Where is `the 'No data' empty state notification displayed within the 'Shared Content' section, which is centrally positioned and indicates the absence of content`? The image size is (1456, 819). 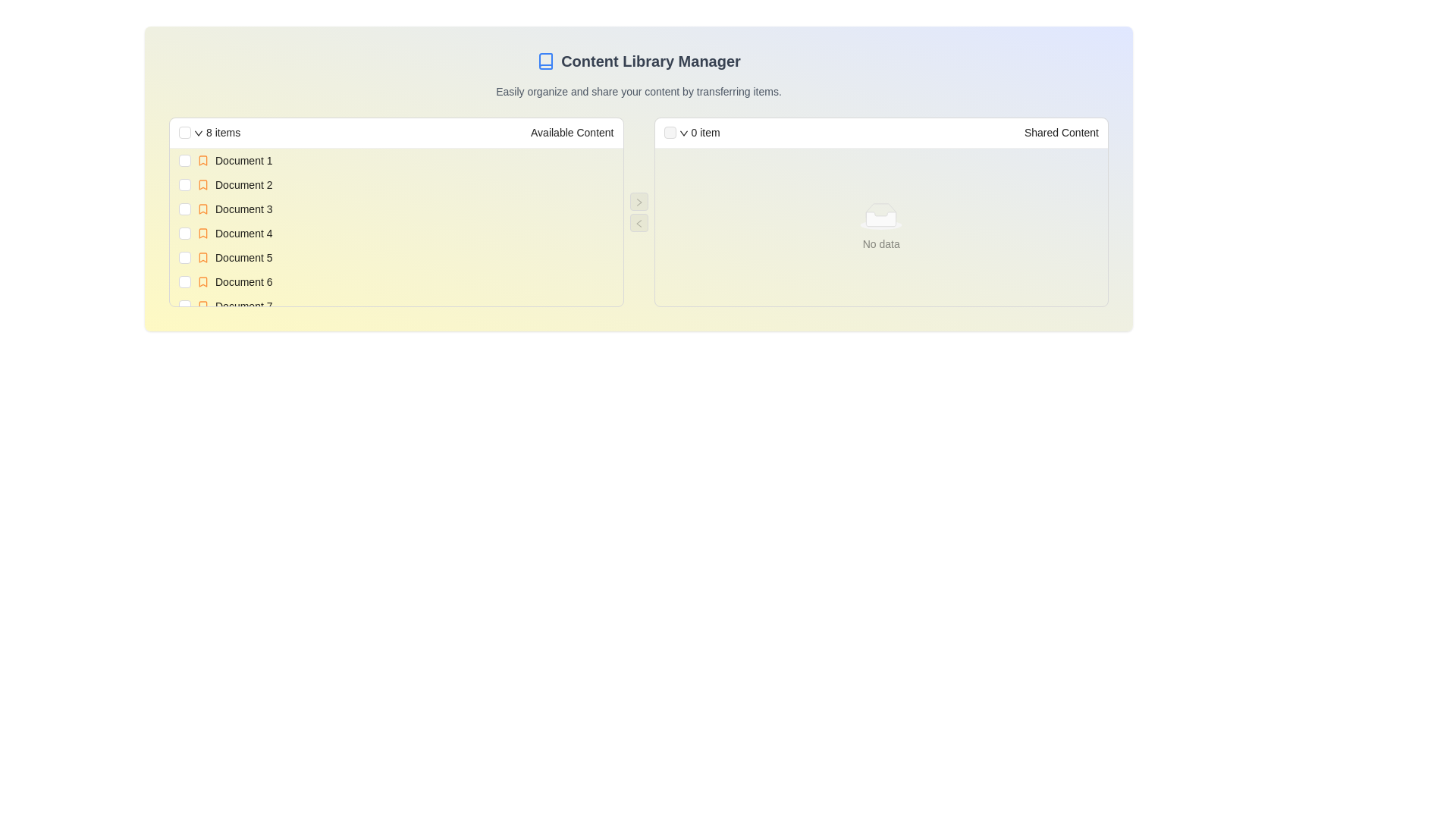
the 'No data' empty state notification displayed within the 'Shared Content' section, which is centrally positioned and indicates the absence of content is located at coordinates (881, 227).